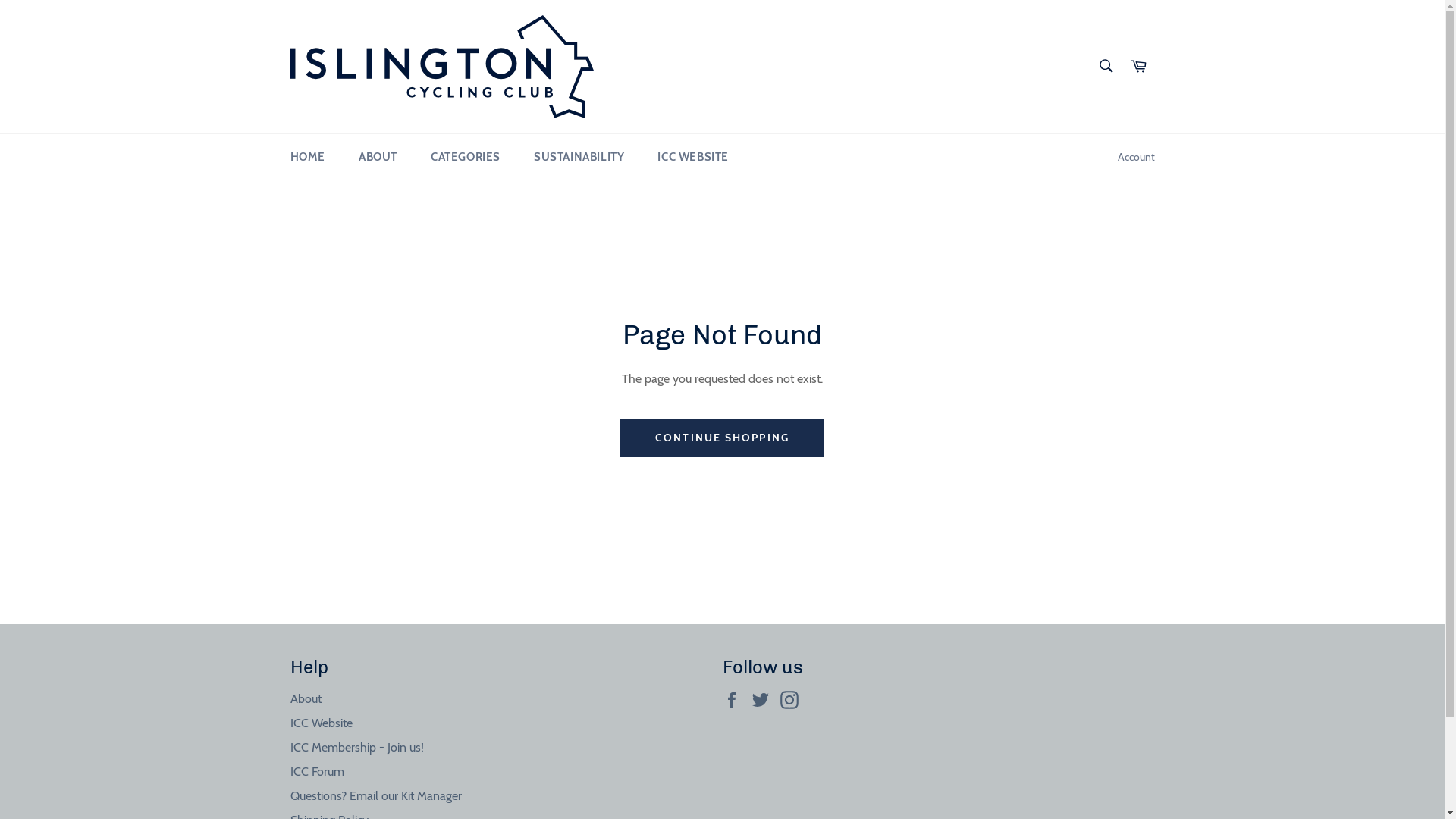 This screenshot has height=819, width=1456. I want to click on 'Search', so click(1105, 65).